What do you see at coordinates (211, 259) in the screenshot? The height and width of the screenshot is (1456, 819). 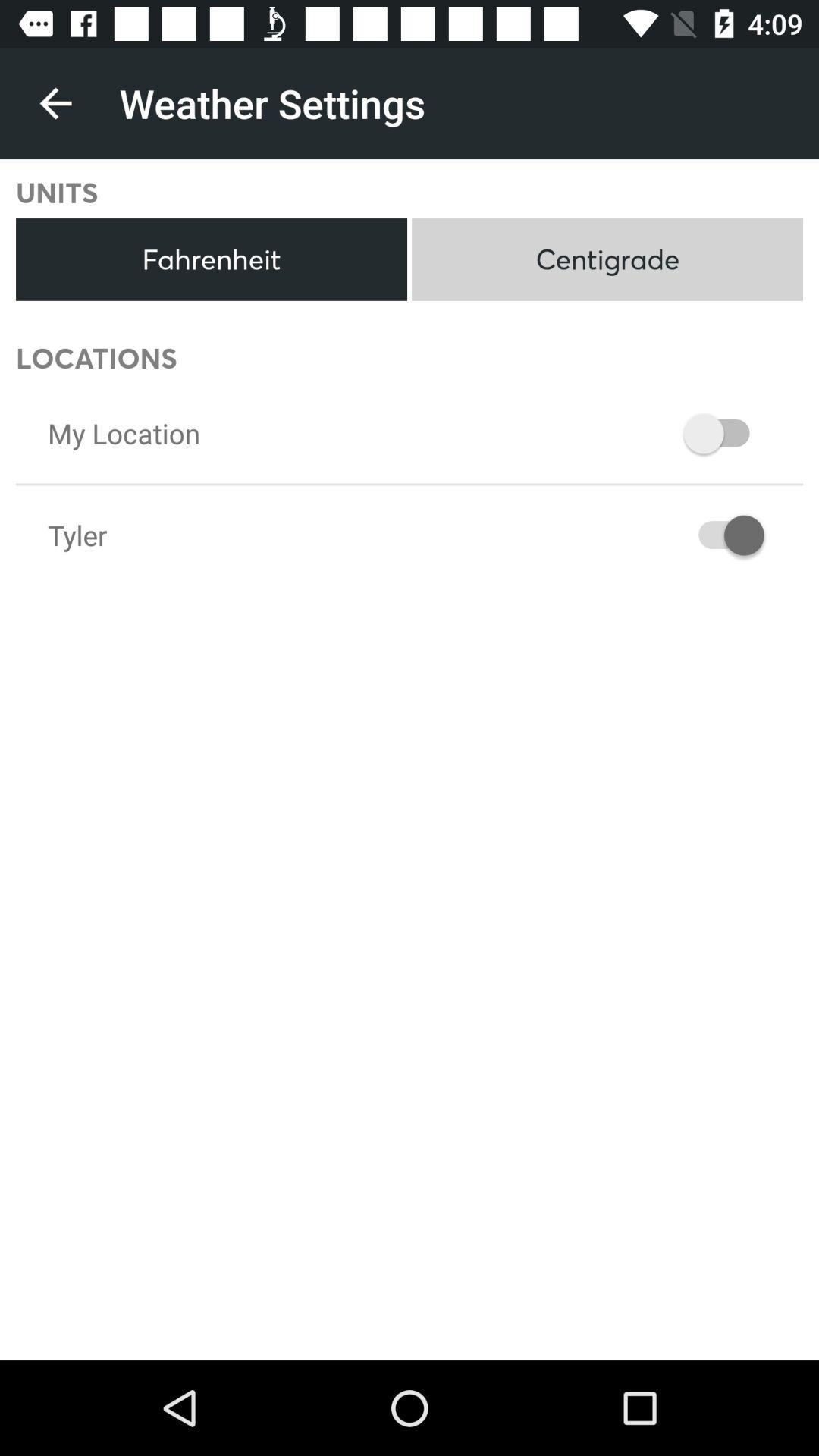 I see `the icon to the left of the centigrade item` at bounding box center [211, 259].